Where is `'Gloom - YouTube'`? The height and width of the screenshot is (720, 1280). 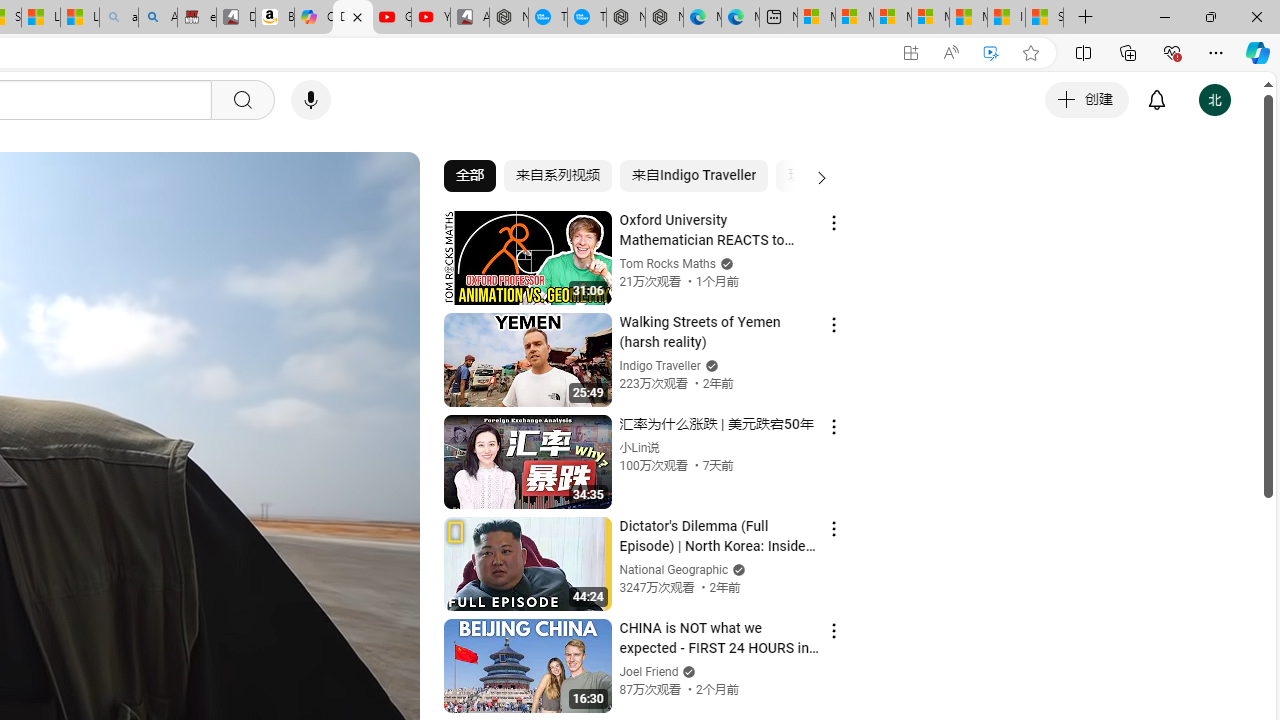
'Gloom - YouTube' is located at coordinates (391, 17).